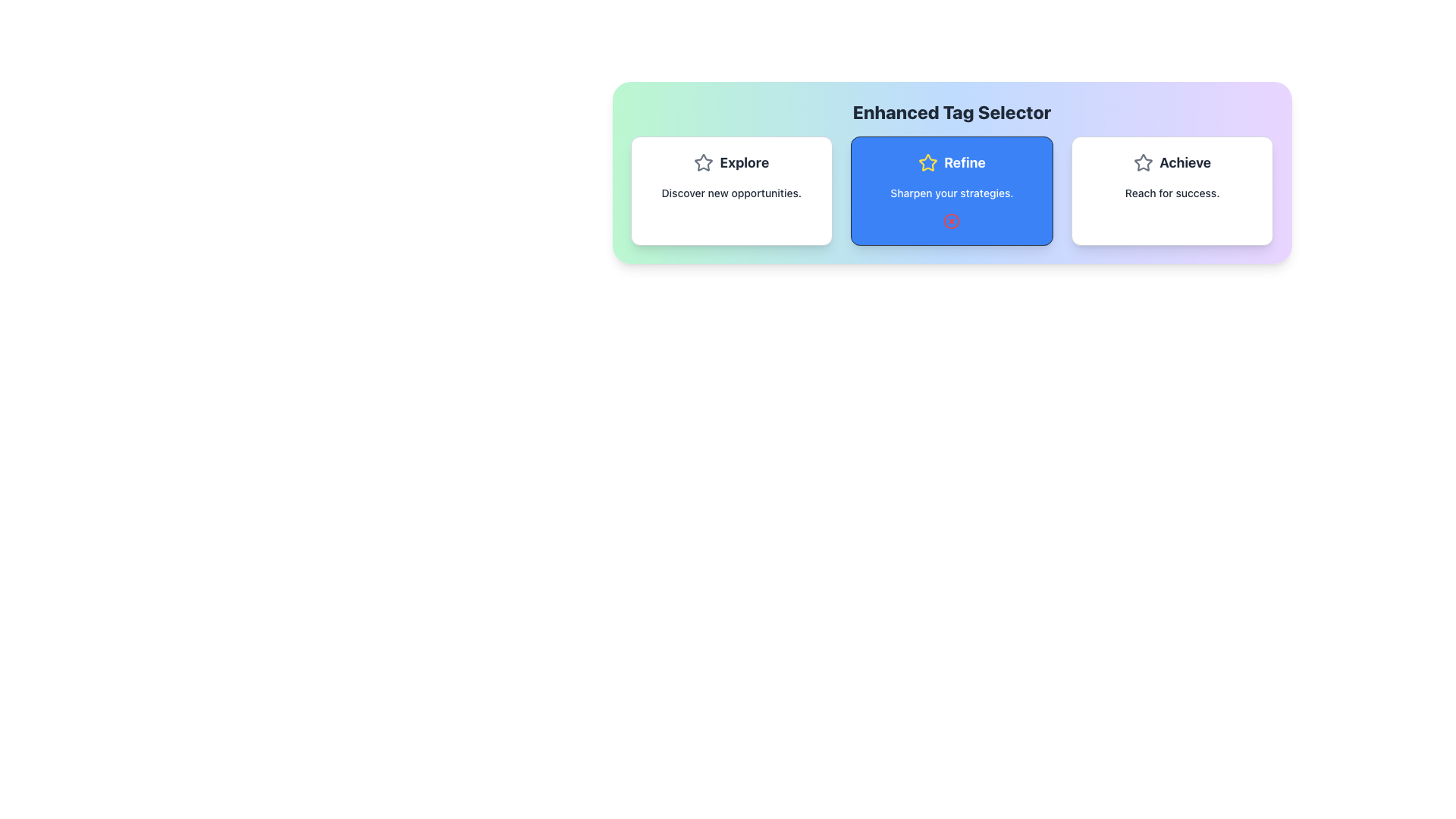  I want to click on the decorative icon associated with the 'Explore' feature, which is the first icon in the Explore section, positioned to the left of the text 'Explore', so click(703, 163).